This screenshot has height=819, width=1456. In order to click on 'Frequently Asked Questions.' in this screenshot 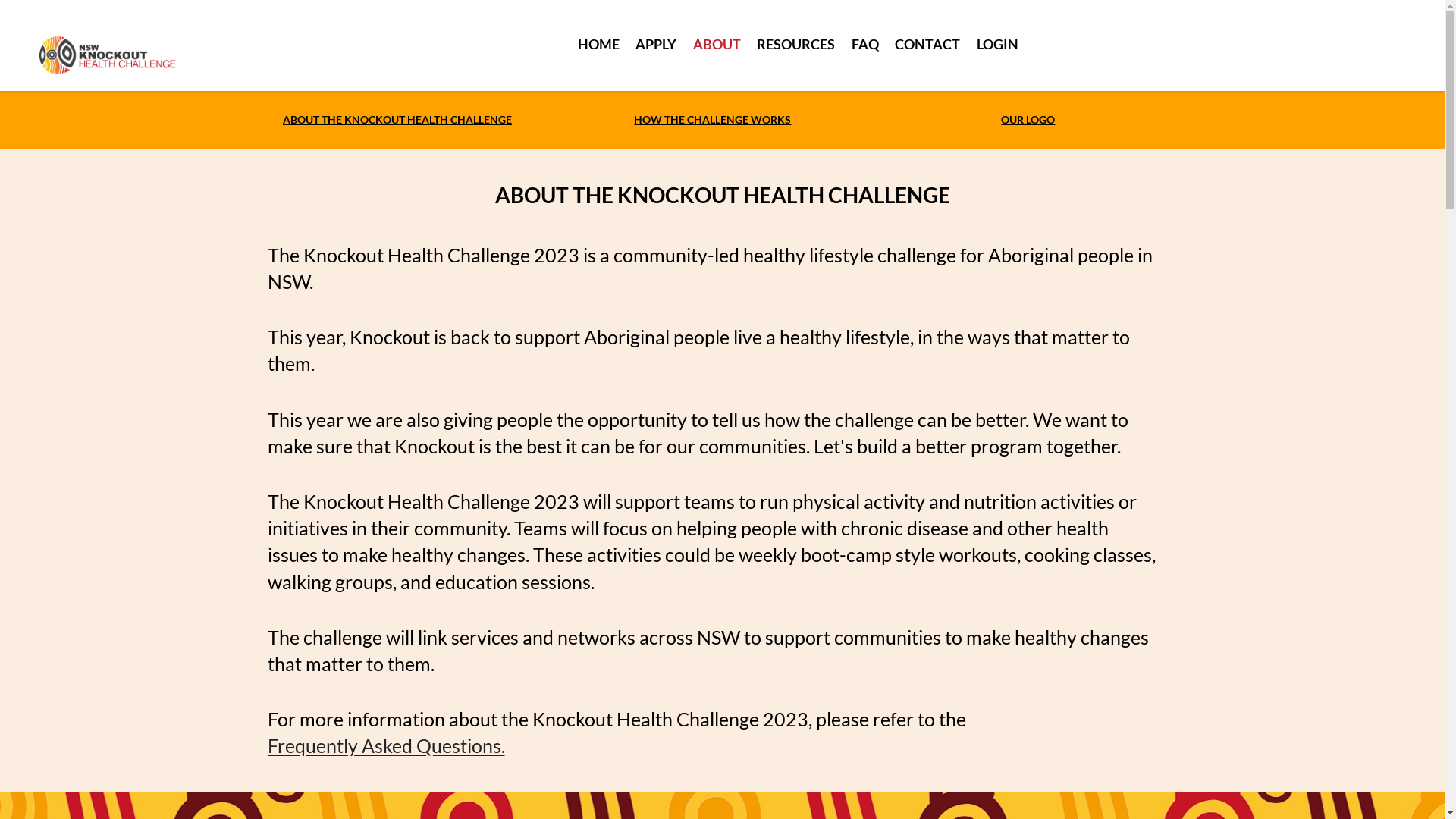, I will do `click(385, 745)`.